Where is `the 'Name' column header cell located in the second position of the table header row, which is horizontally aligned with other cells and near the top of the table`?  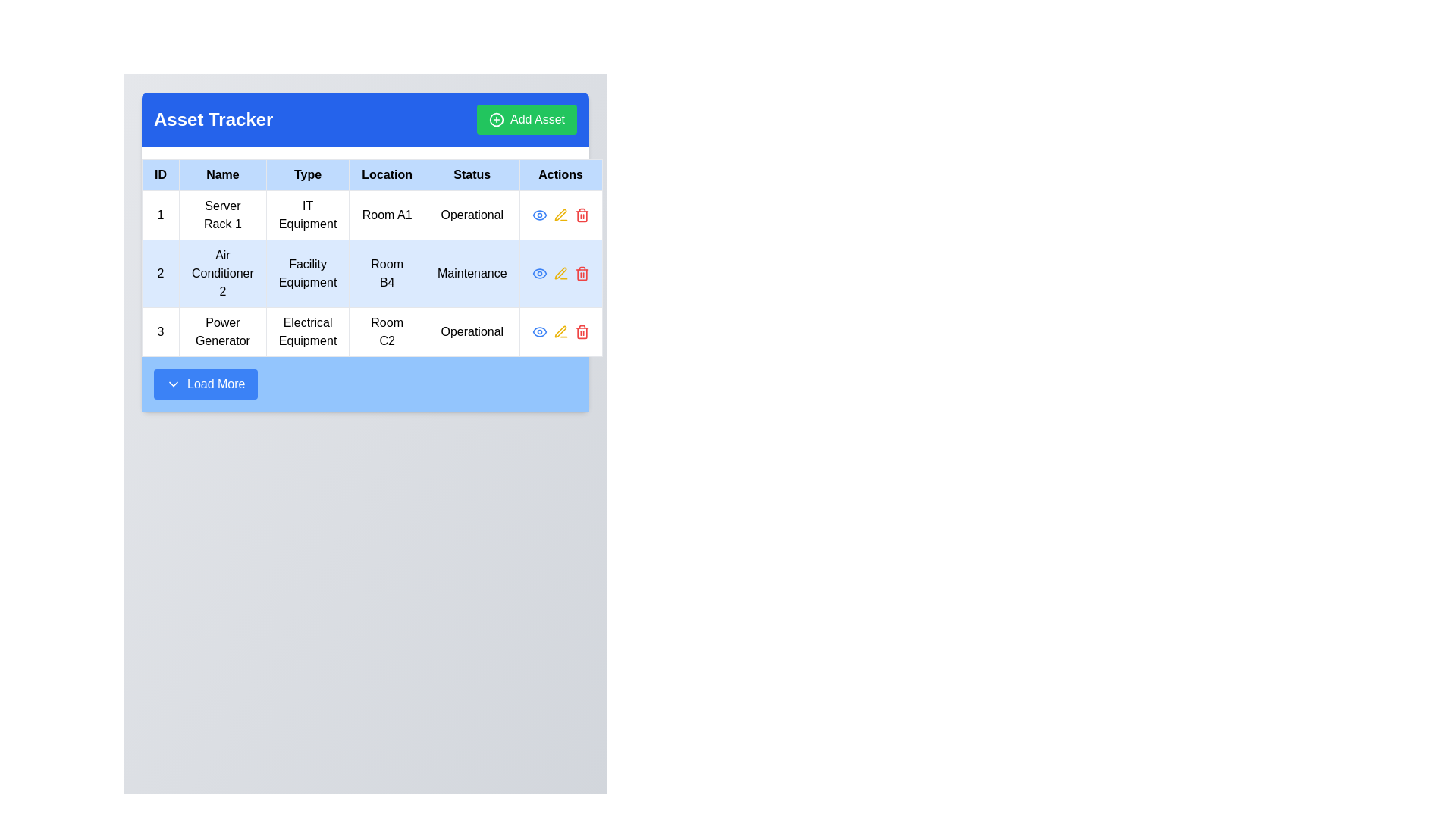
the 'Name' column header cell located in the second position of the table header row, which is horizontally aligned with other cells and near the top of the table is located at coordinates (221, 174).